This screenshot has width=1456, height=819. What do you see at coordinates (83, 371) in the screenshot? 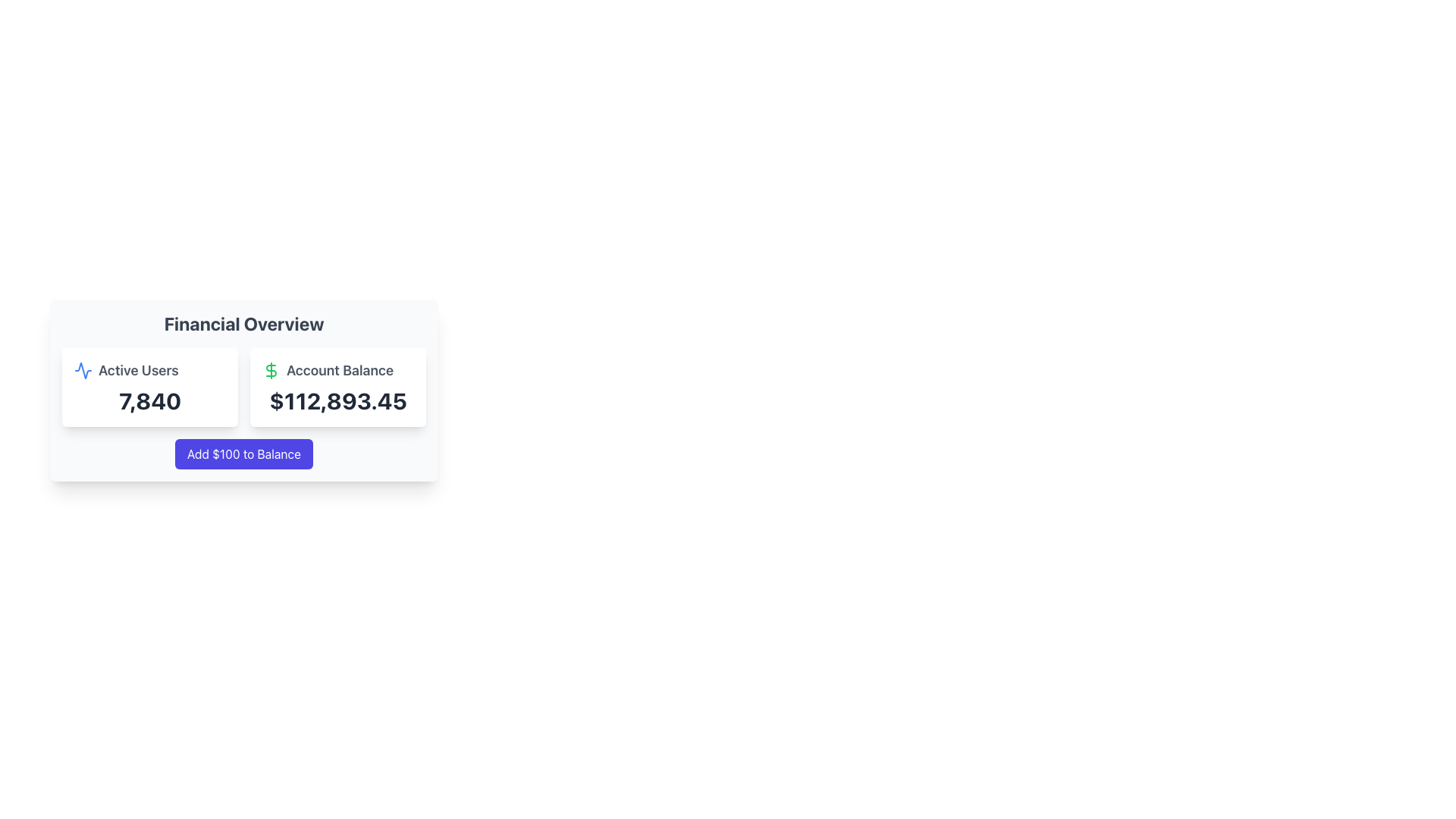
I see `the SVG graphical element resembling a zigzag or activity waveform line, which is part of the 'Active Users' card in the financial overview section` at bounding box center [83, 371].